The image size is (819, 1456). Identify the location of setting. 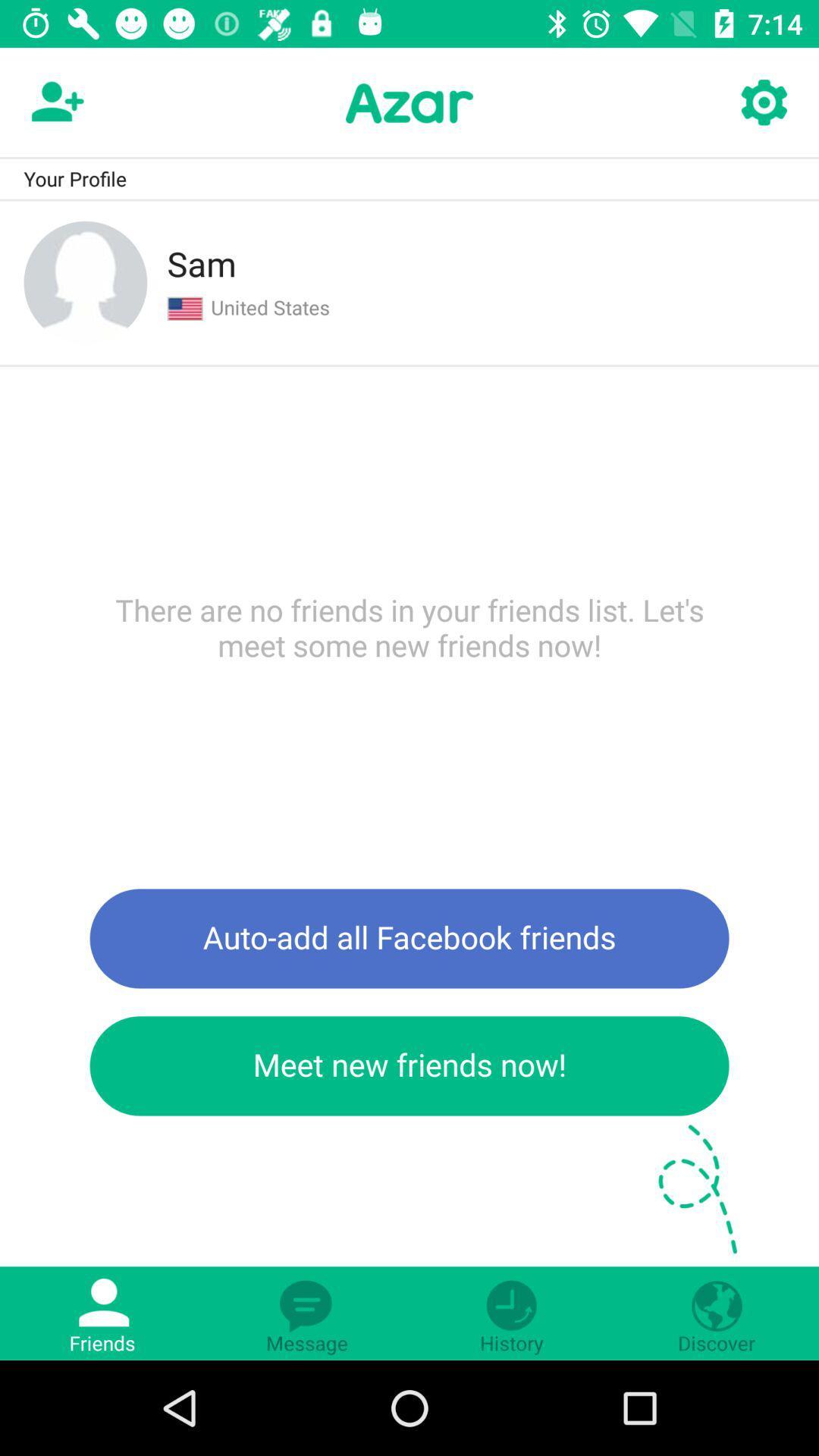
(763, 102).